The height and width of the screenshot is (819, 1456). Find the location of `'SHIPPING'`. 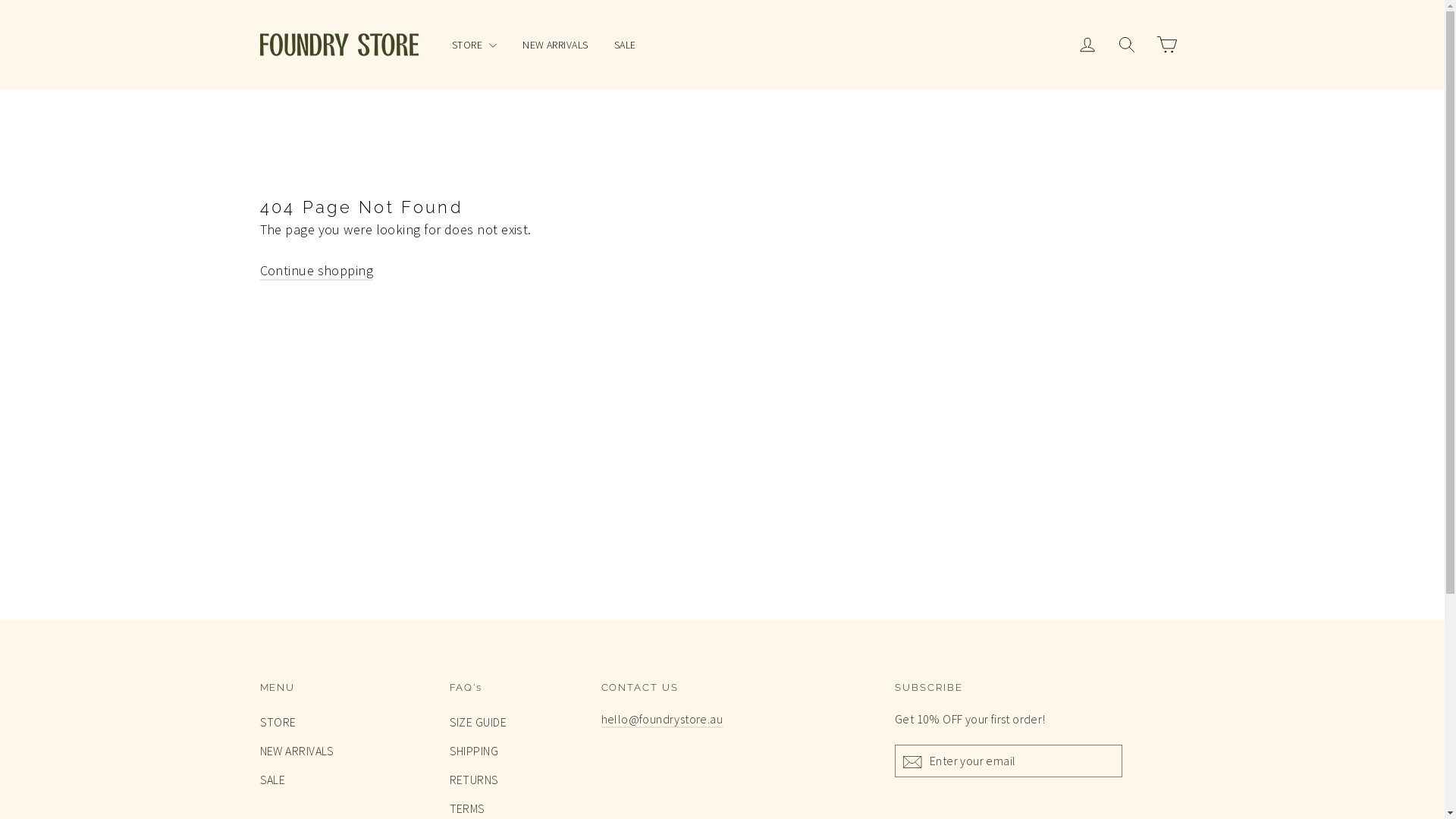

'SHIPPING' is located at coordinates (447, 752).